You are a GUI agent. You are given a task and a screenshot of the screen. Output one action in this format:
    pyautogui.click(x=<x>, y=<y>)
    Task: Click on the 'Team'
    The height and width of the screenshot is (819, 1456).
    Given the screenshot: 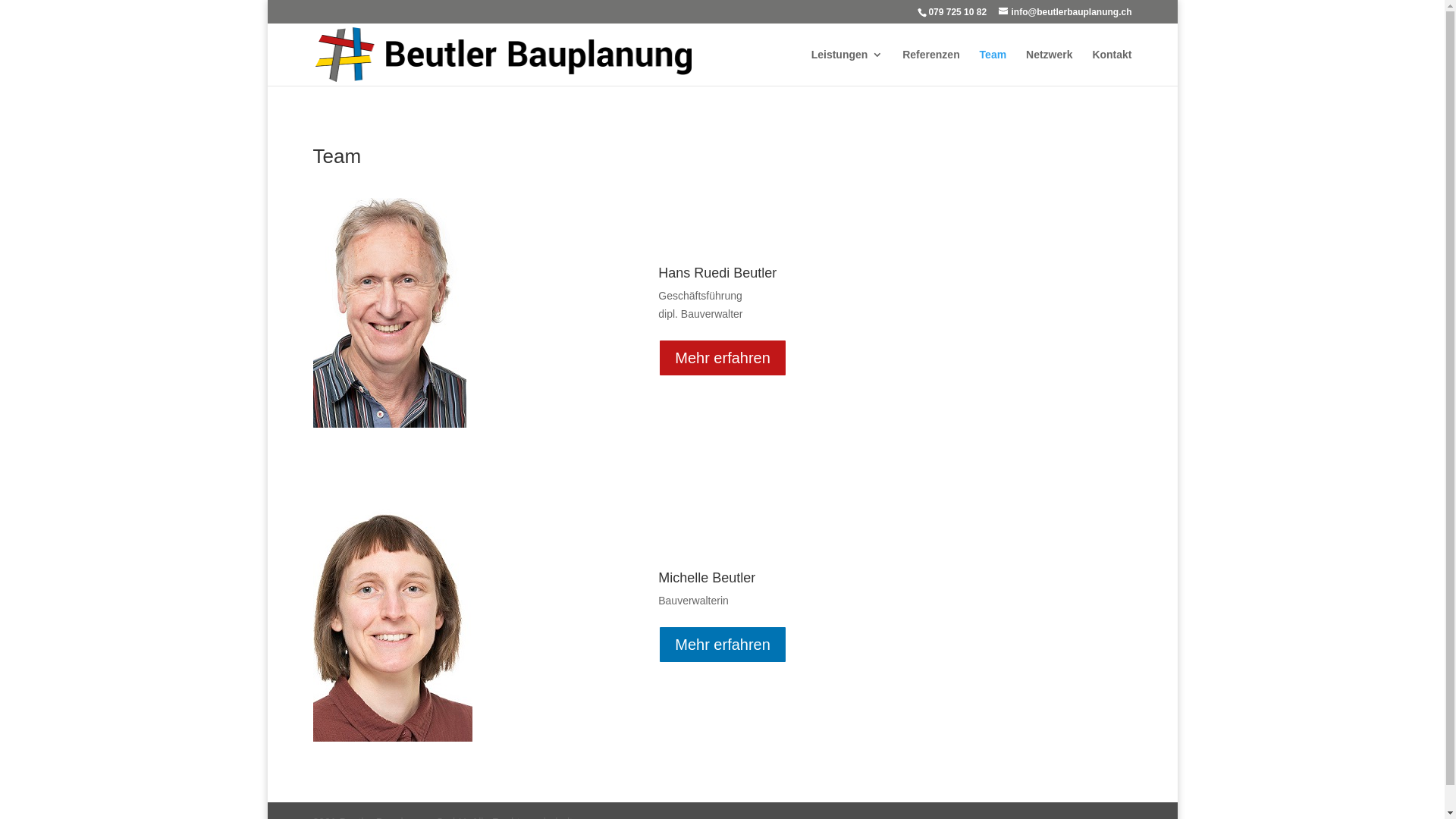 What is the action you would take?
    pyautogui.click(x=979, y=66)
    